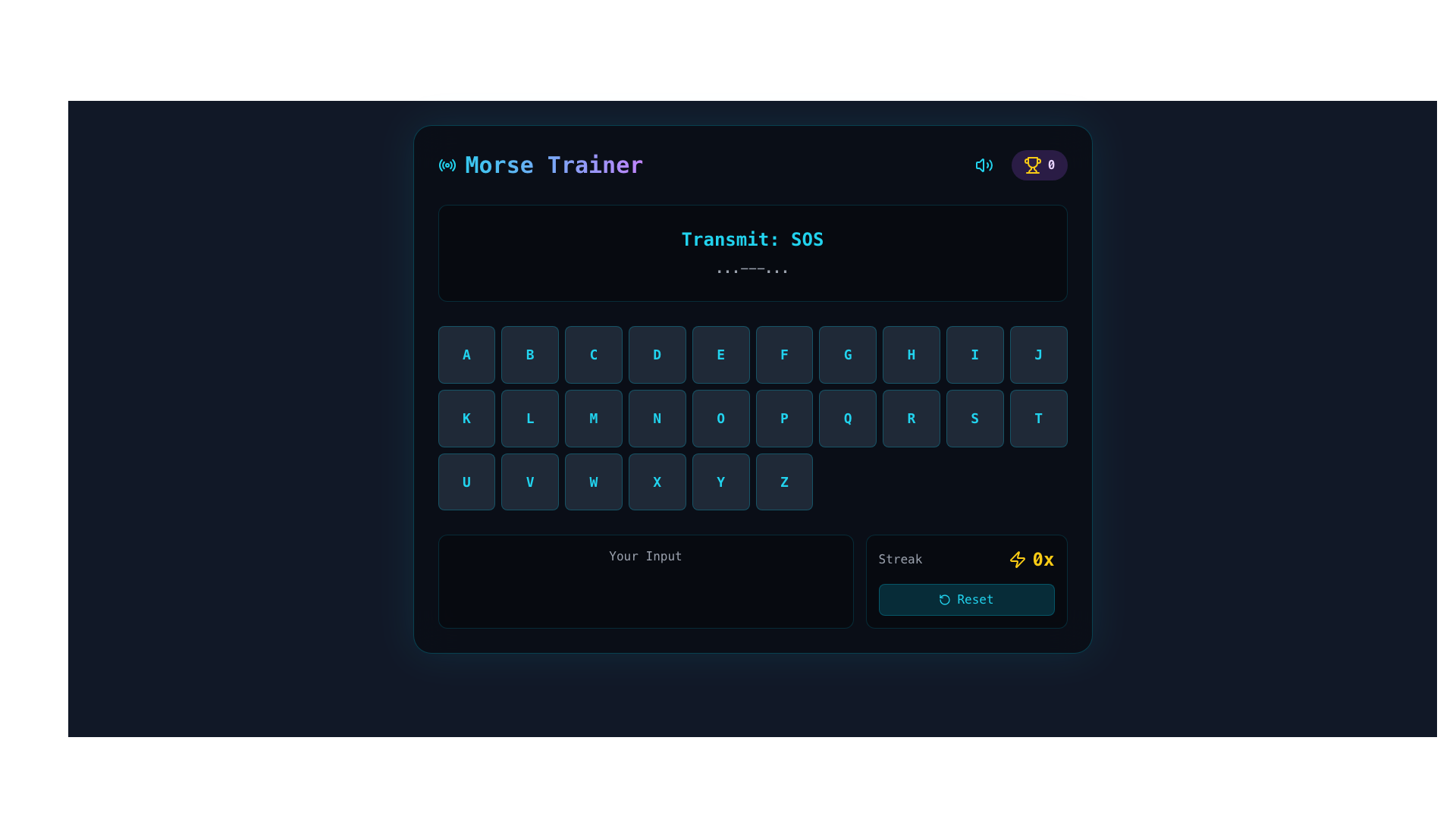 The width and height of the screenshot is (1456, 819). I want to click on the square-shaped button with dark background and light cyan text displaying 'P' to trigger the hover effect, so click(784, 418).